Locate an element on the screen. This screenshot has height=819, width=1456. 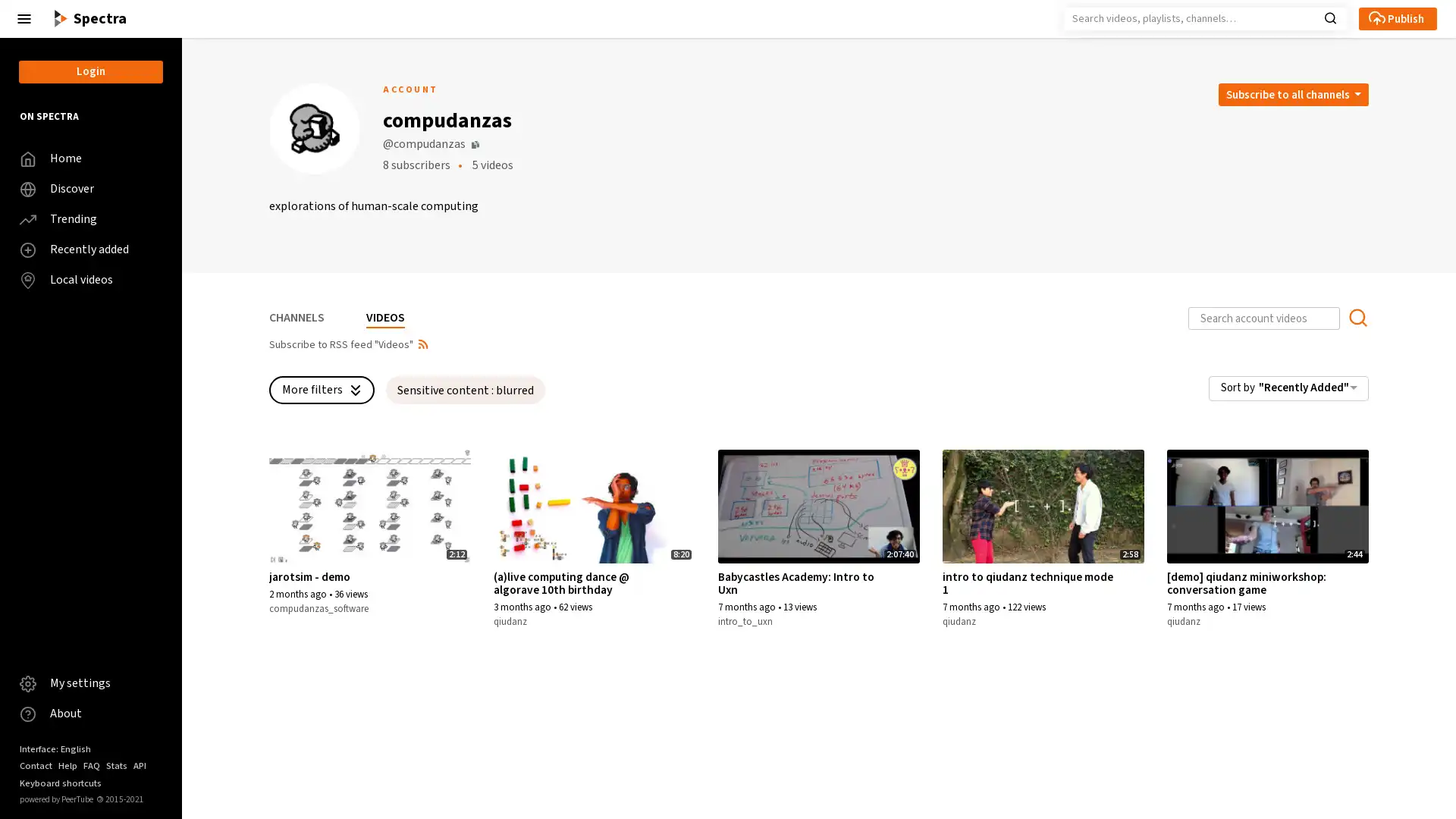
More filters is located at coordinates (321, 389).